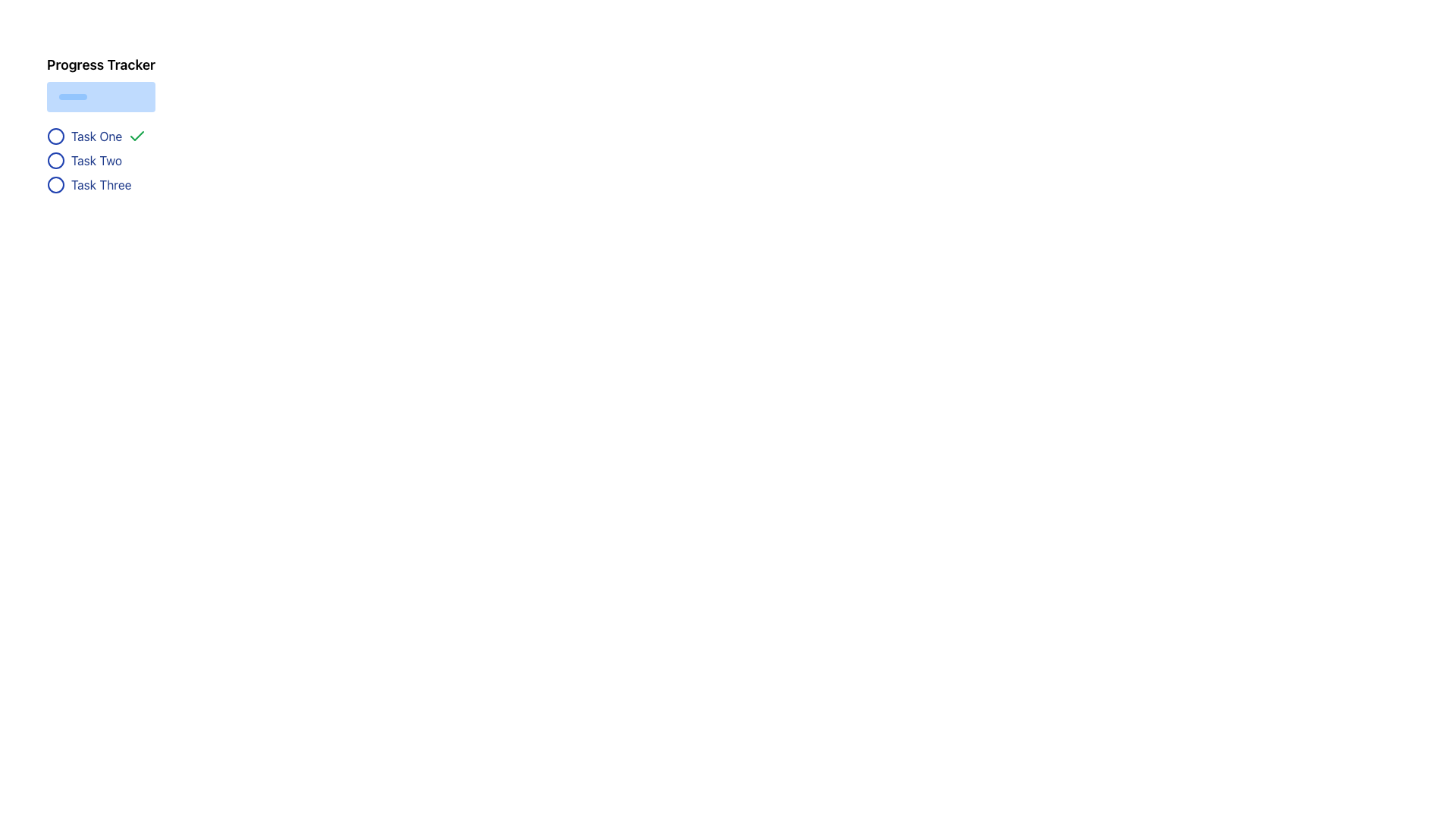 The height and width of the screenshot is (819, 1456). I want to click on the blue circular icon with a 2px border that is positioned to the left of the text 'Task Three' within the progress tracker interface, so click(55, 184).